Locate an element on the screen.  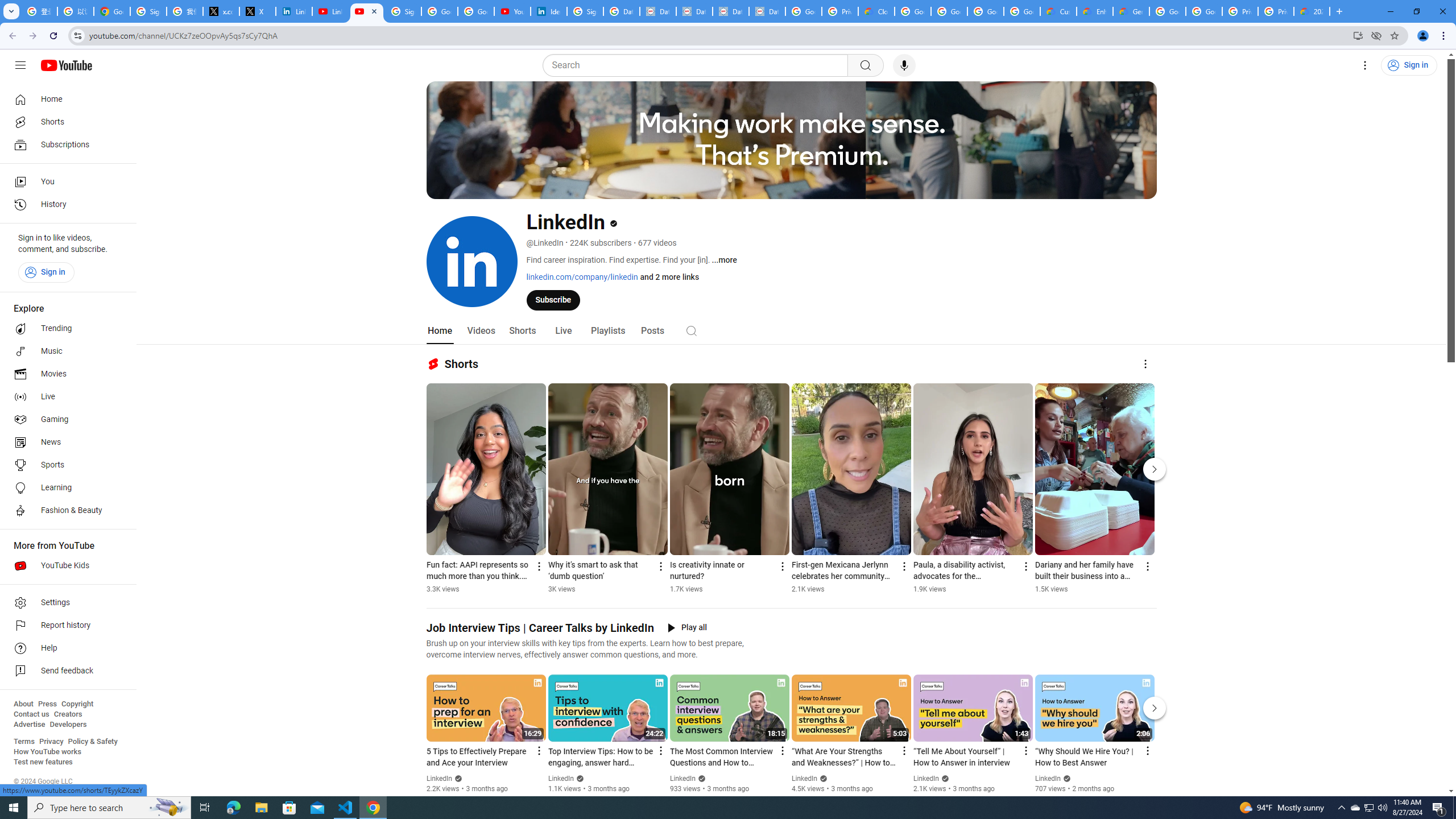
'Guide' is located at coordinates (19, 65).